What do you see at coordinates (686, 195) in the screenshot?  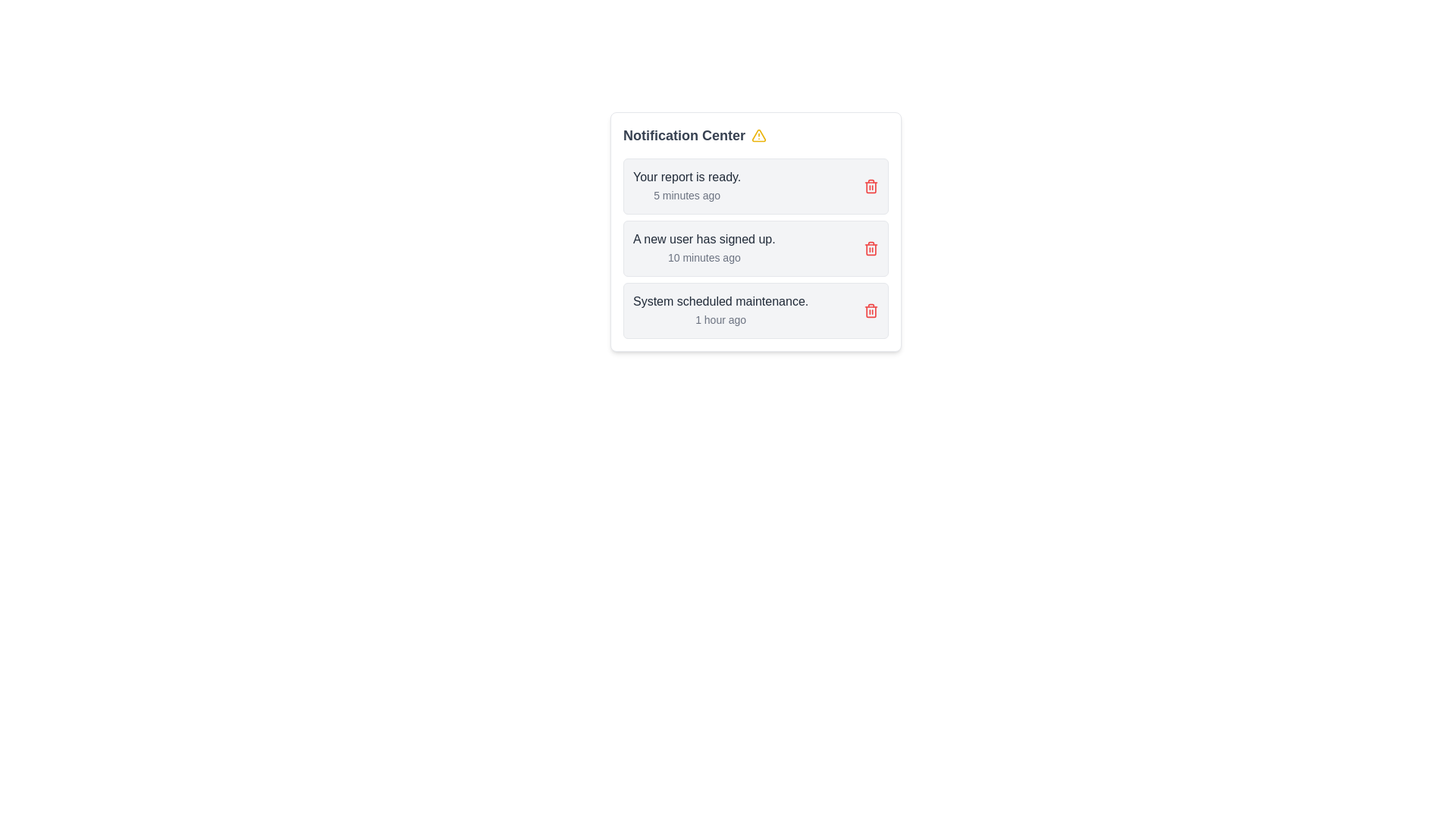 I see `the text indicating the timestamp of the notification located under 'Your report is ready.' in the first notification card, aligned to the left side` at bounding box center [686, 195].